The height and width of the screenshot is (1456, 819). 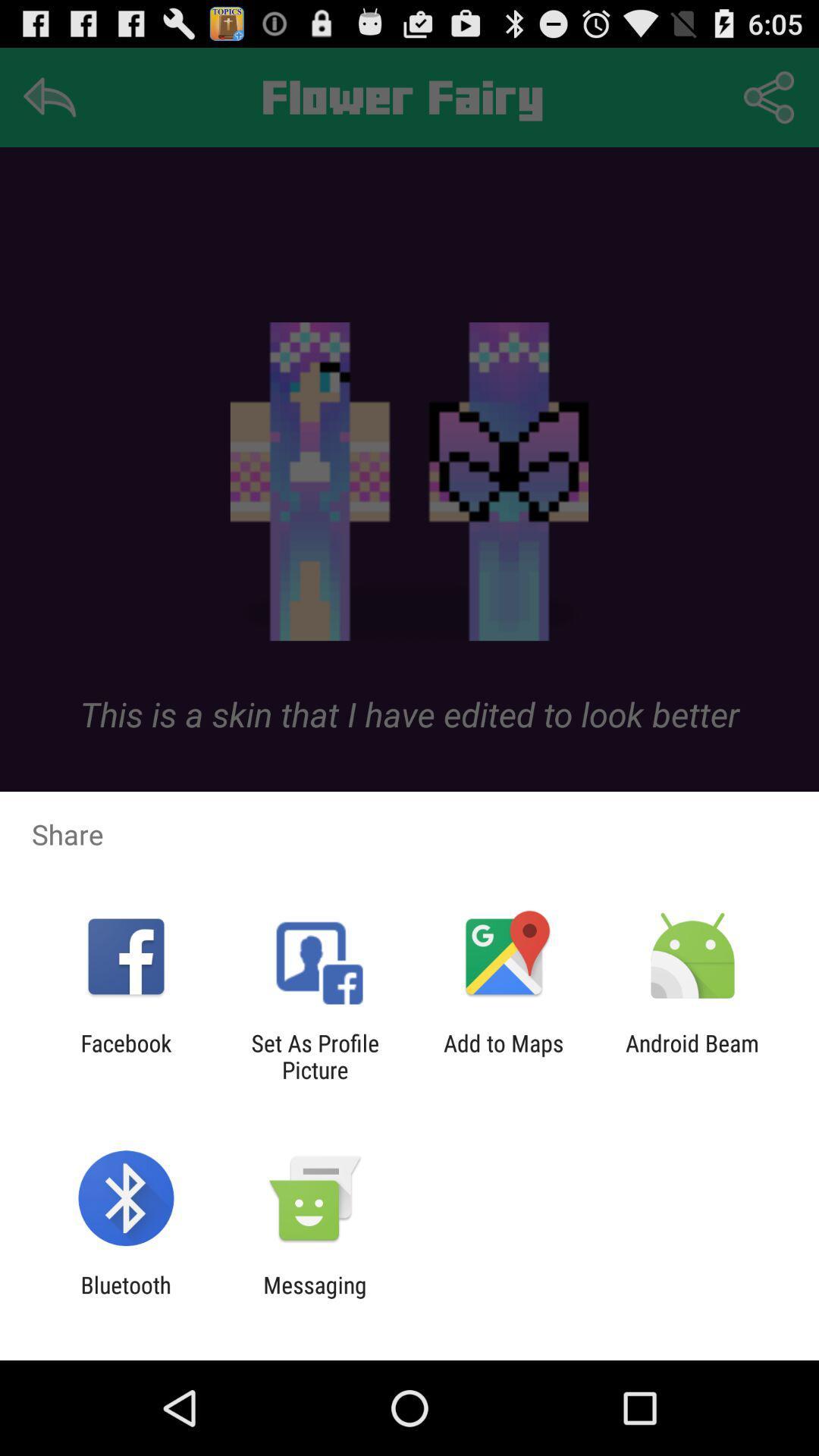 What do you see at coordinates (504, 1056) in the screenshot?
I see `item next to android beam` at bounding box center [504, 1056].